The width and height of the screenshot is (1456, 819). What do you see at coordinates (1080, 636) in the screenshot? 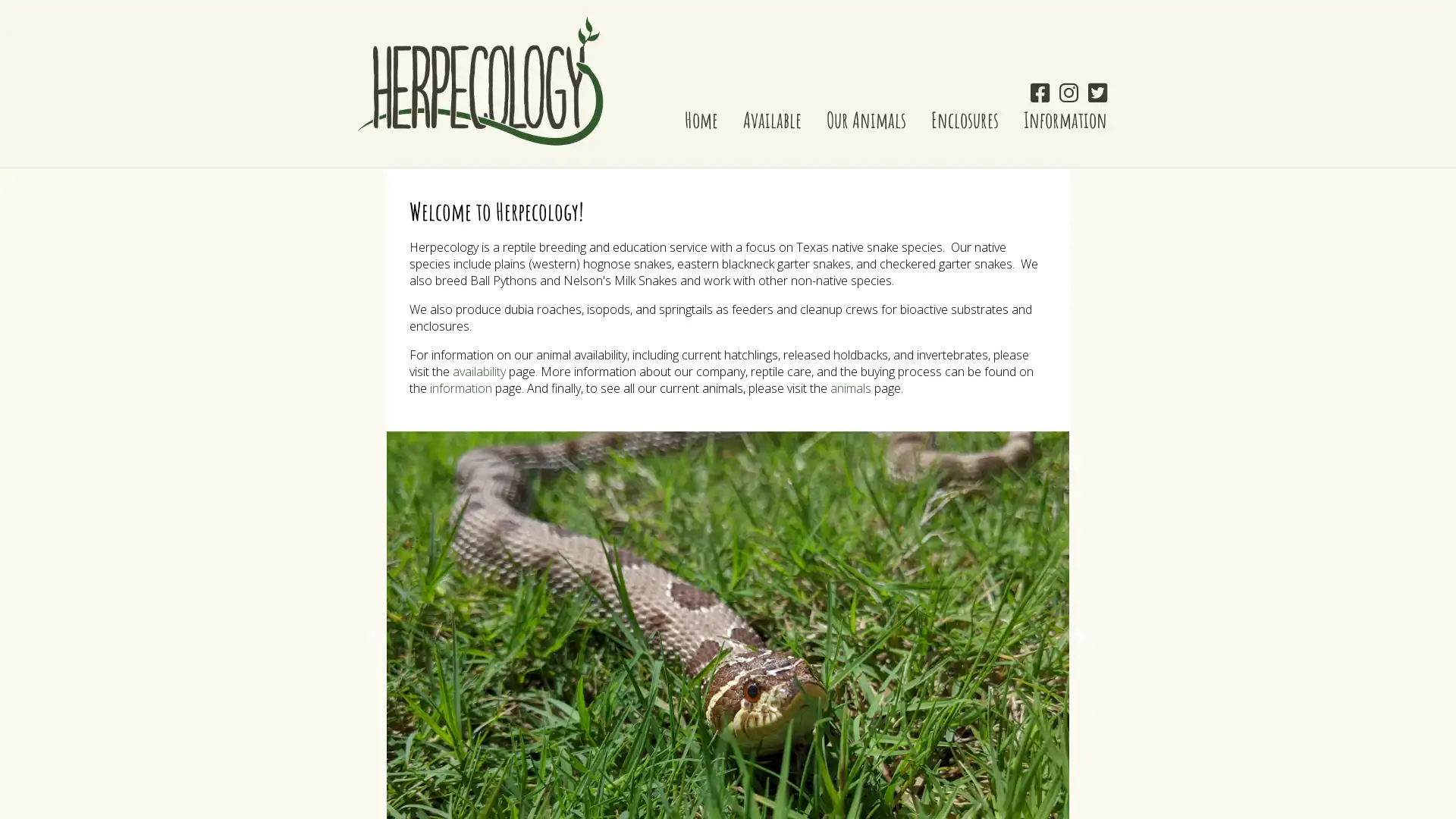
I see `Next` at bounding box center [1080, 636].